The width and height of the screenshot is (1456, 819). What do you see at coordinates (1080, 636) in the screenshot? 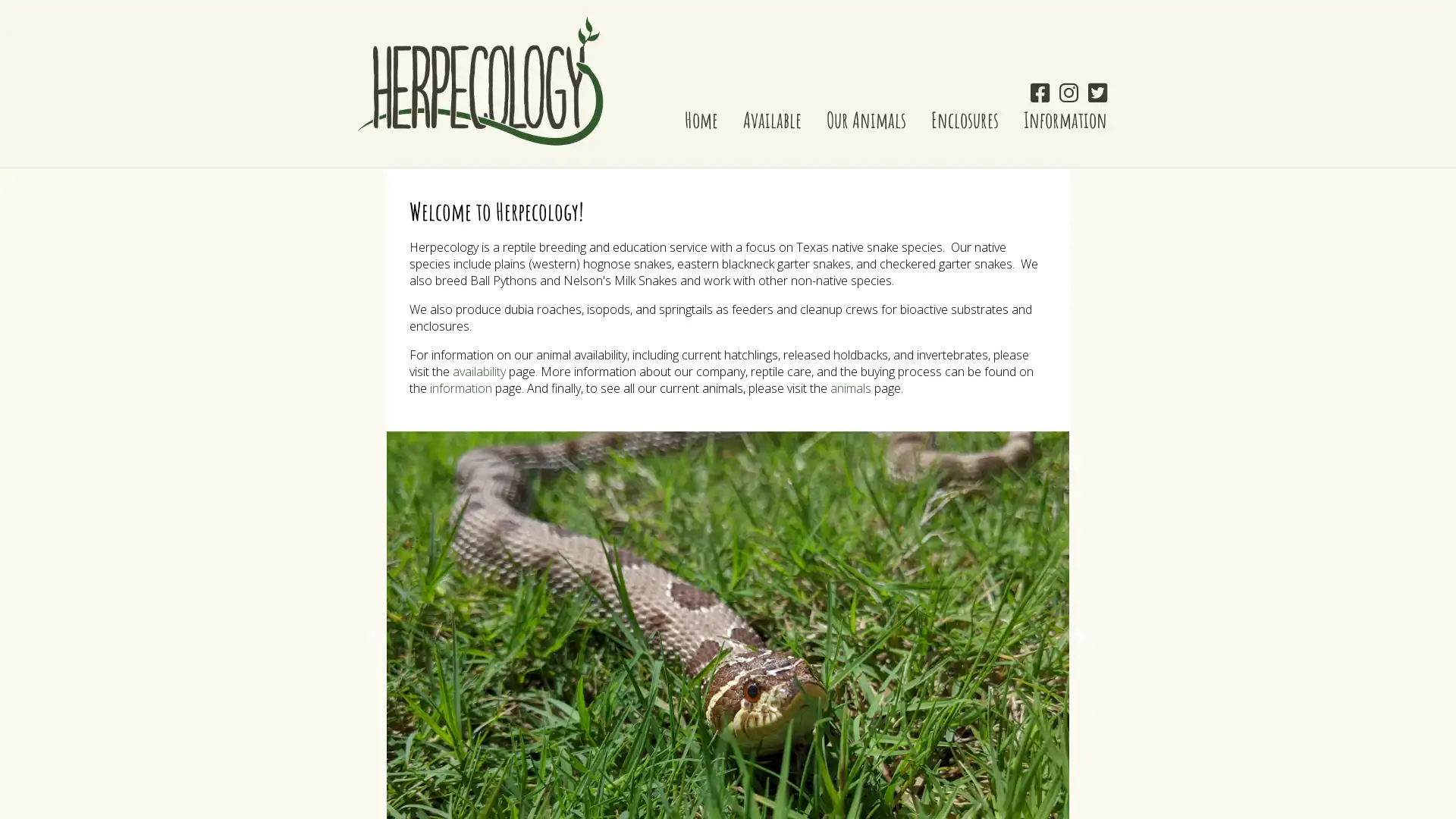
I see `Next` at bounding box center [1080, 636].